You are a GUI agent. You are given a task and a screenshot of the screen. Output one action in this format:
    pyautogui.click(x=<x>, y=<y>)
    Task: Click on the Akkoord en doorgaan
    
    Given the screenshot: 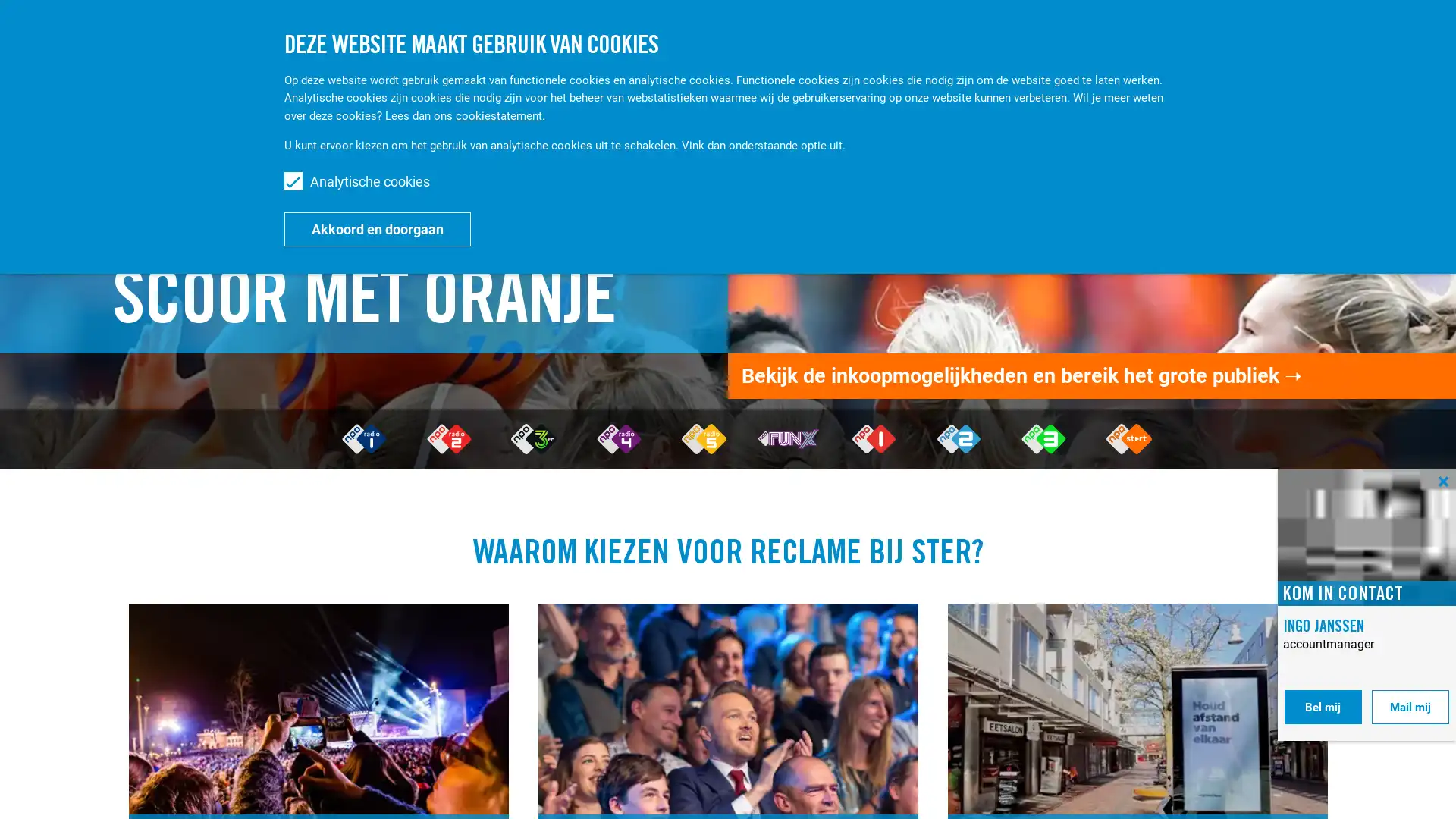 What is the action you would take?
    pyautogui.click(x=378, y=228)
    